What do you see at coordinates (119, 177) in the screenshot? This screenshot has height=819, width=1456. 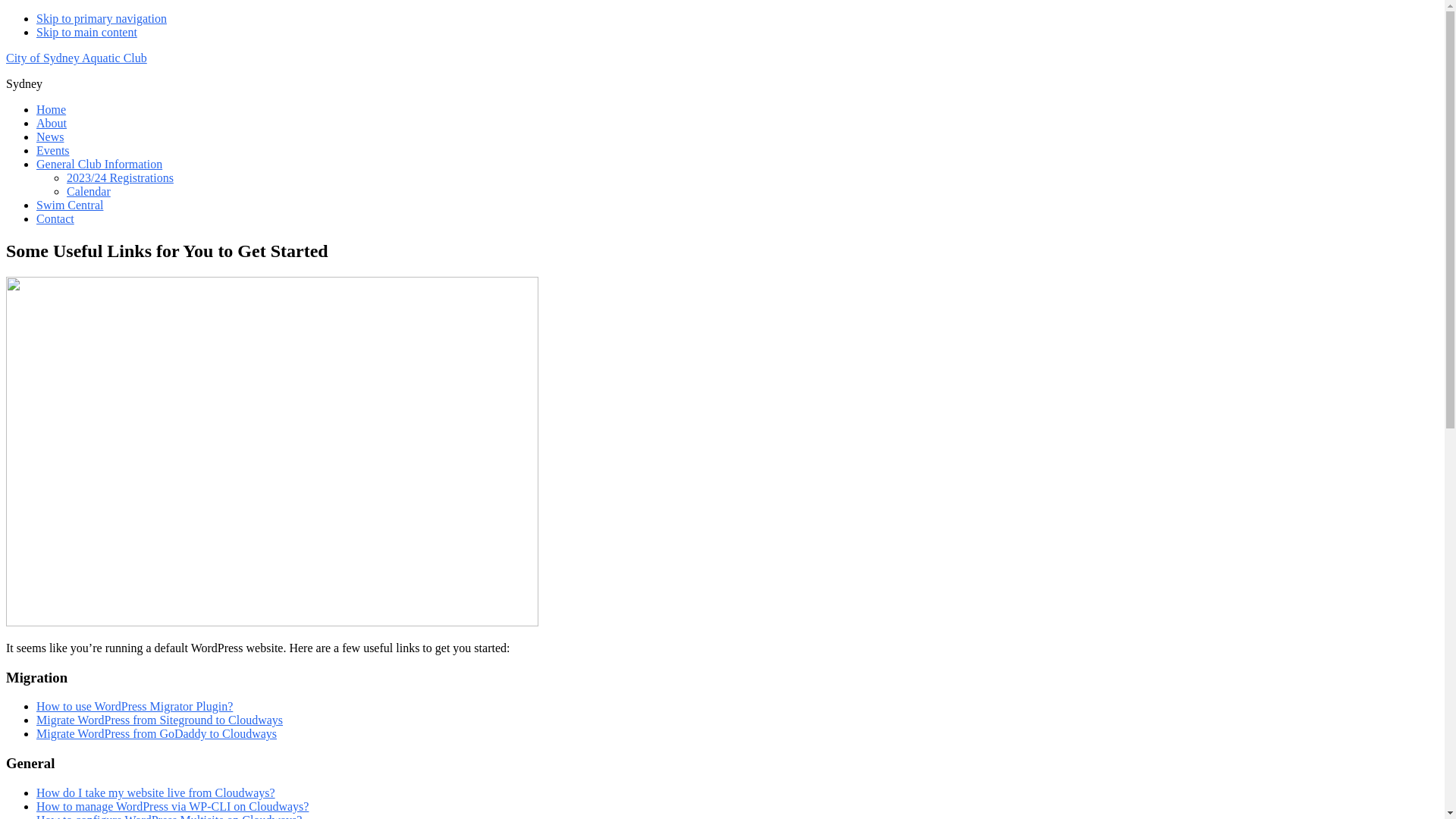 I see `'2023/24 Registrations'` at bounding box center [119, 177].